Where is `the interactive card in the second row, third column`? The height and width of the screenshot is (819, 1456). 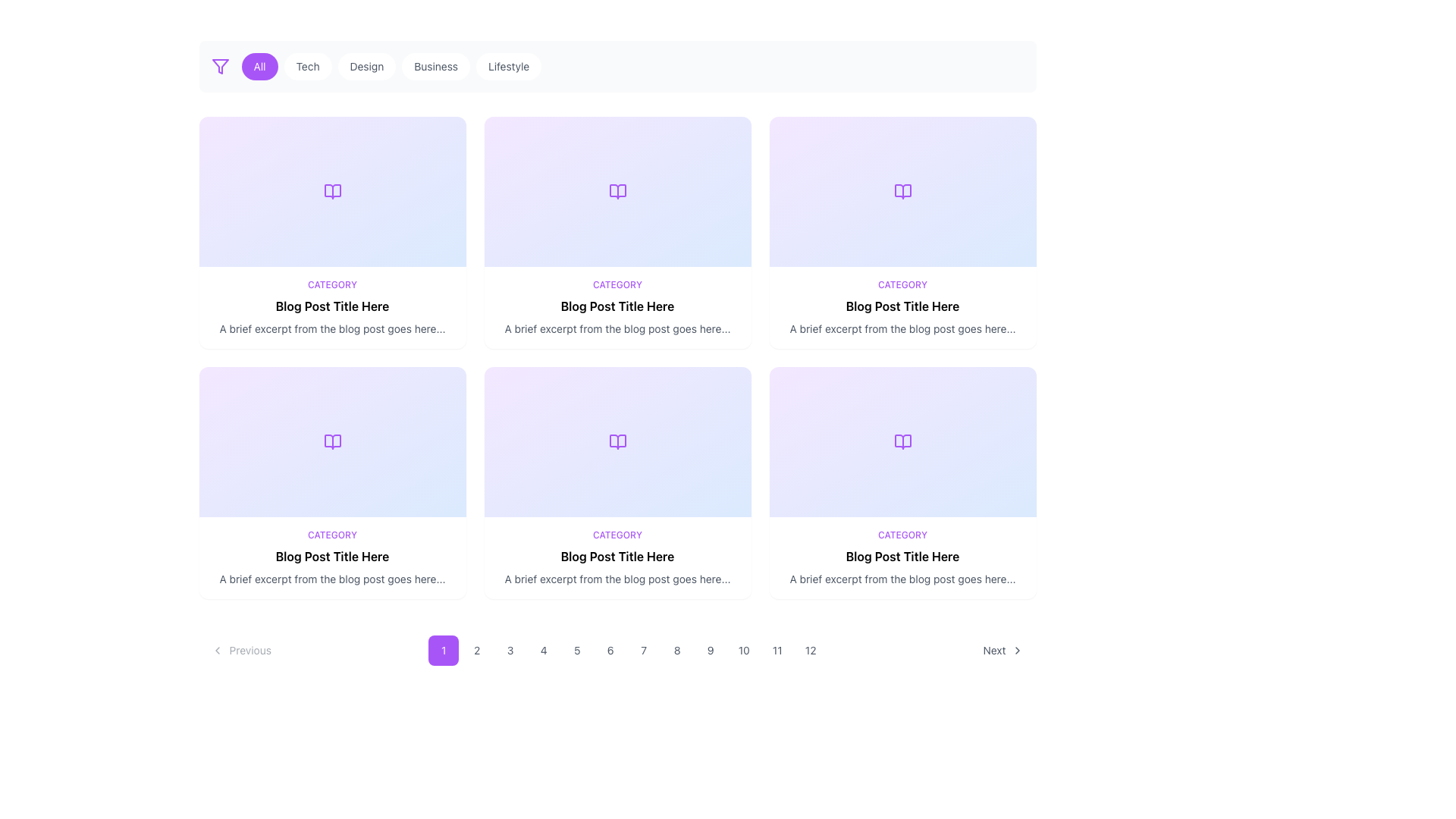
the interactive card in the second row, third column is located at coordinates (902, 482).